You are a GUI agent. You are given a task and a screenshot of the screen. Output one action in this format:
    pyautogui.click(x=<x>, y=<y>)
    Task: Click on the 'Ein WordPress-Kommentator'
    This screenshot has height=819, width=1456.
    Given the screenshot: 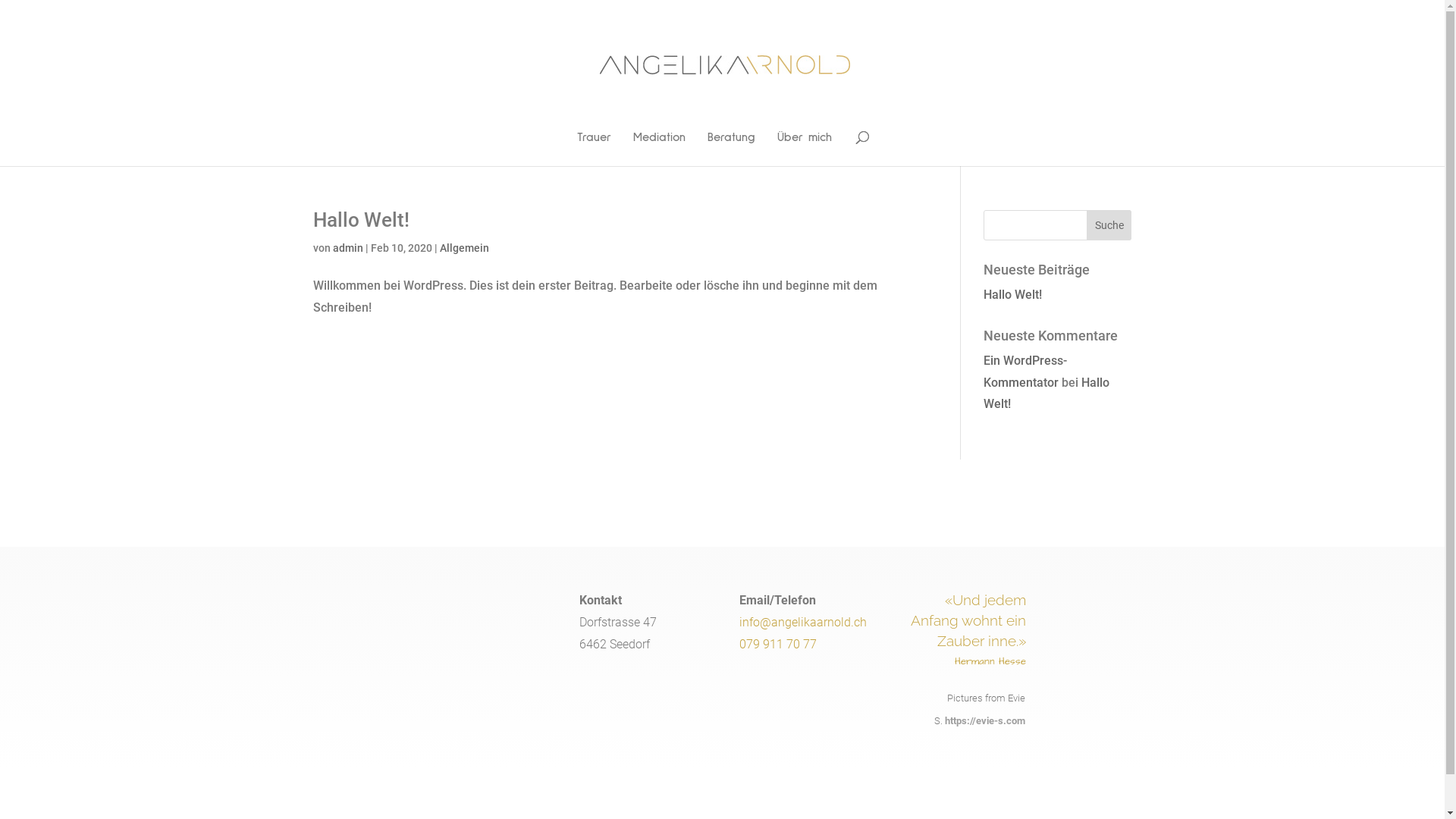 What is the action you would take?
    pyautogui.click(x=1025, y=371)
    